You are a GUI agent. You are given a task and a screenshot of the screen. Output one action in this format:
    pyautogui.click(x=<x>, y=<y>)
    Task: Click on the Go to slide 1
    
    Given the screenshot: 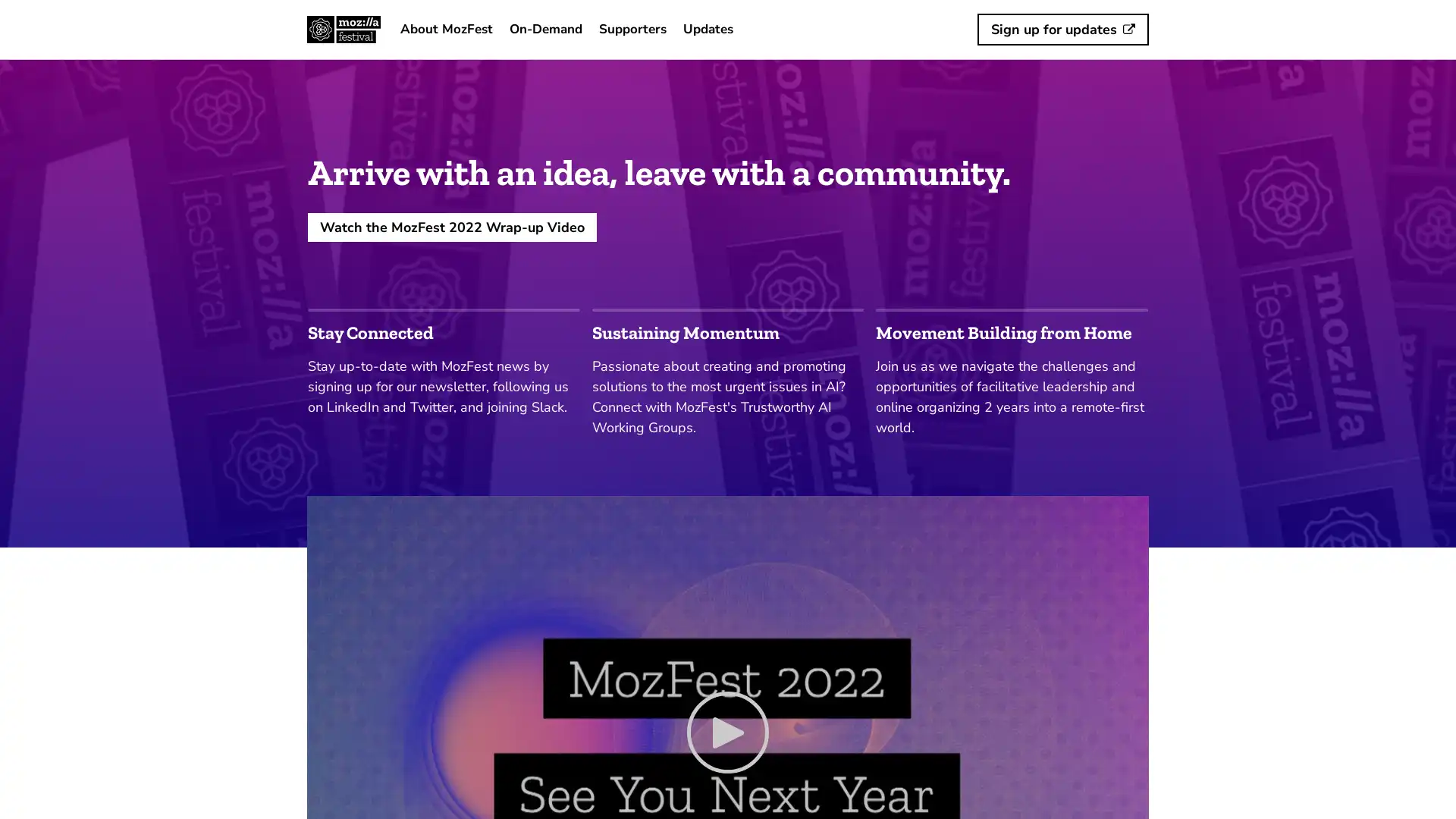 What is the action you would take?
    pyautogui.click(x=443, y=309)
    